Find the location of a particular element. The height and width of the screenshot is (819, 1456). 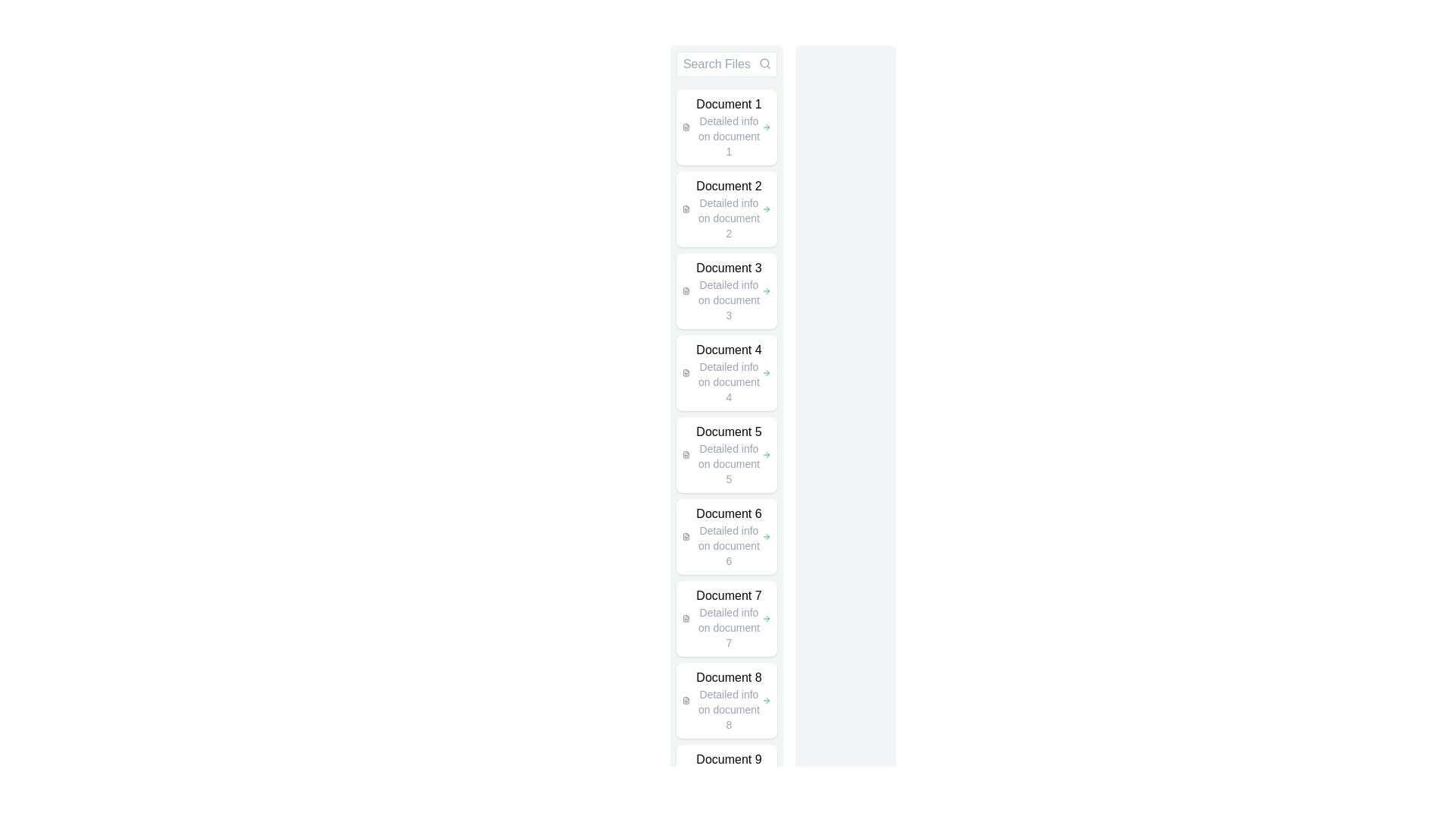

the file or document icon located to the left of the 'Document 4' text is located at coordinates (685, 373).